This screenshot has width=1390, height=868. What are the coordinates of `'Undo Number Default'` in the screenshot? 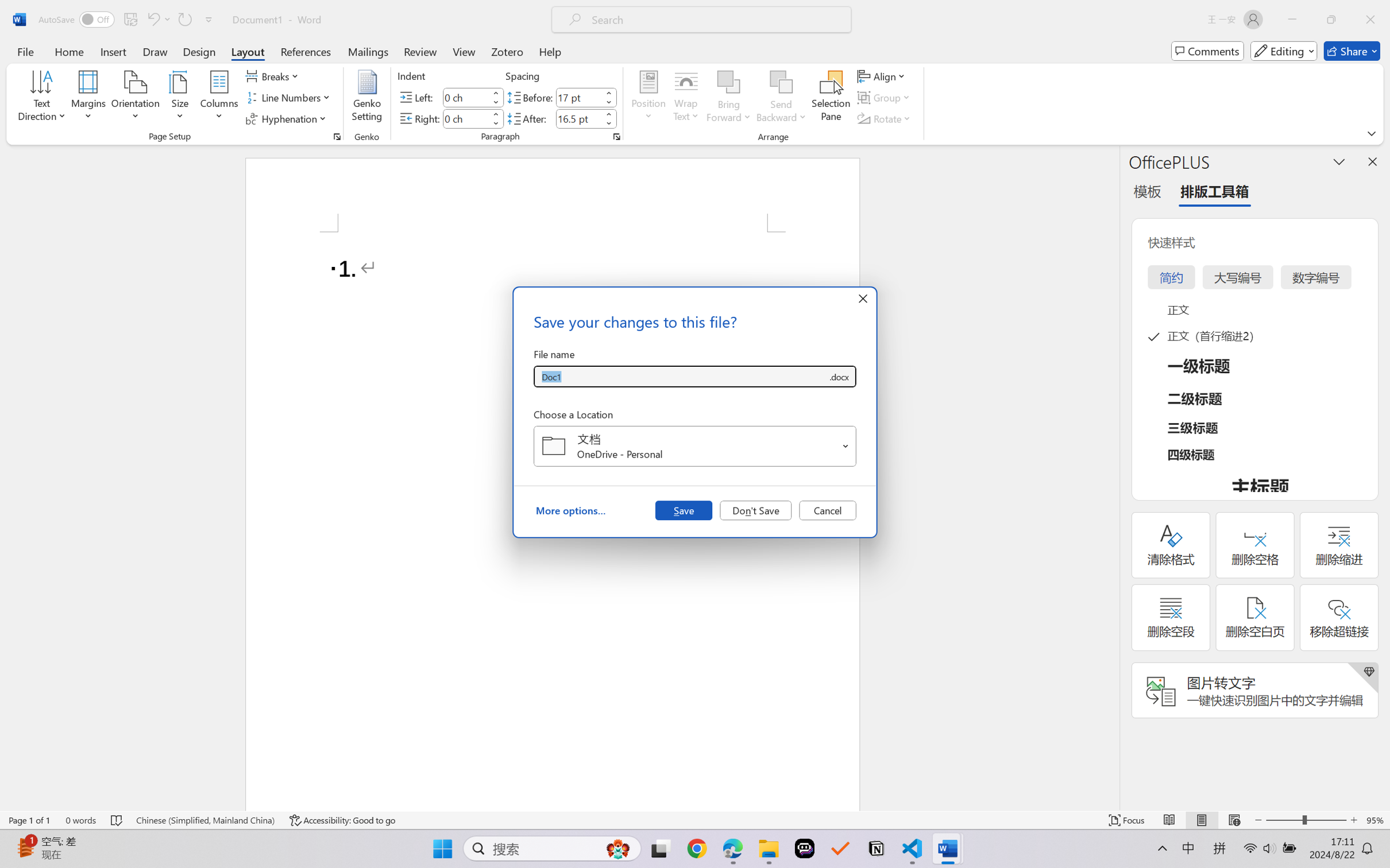 It's located at (152, 19).